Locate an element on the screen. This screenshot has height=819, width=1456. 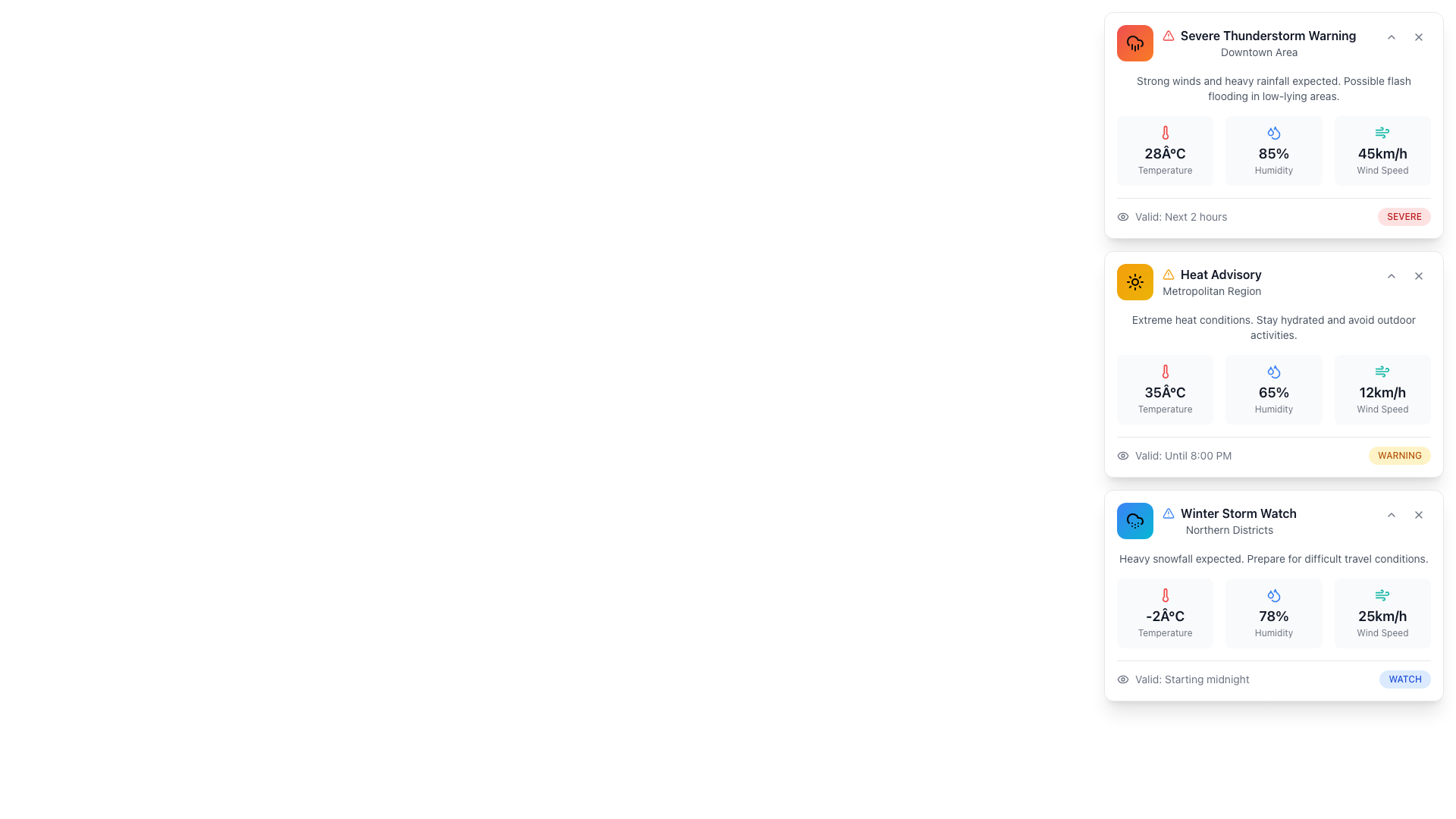
the static text element displaying the current temperature in the context of a weather alert, located in the first column of the grid layout on the 'Winter Storm Watch' card is located at coordinates (1164, 613).